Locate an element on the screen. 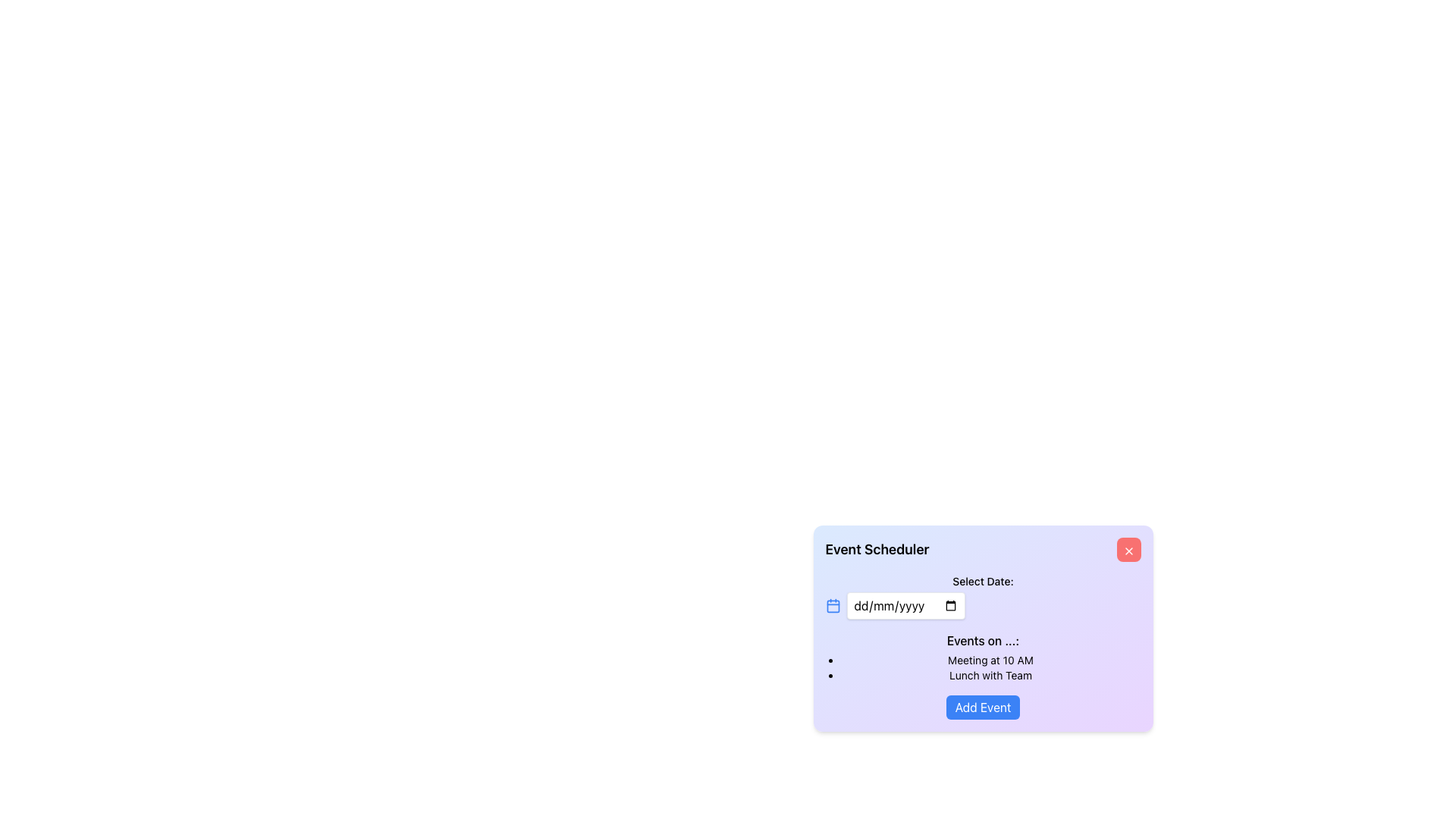 The width and height of the screenshot is (1456, 819). the text element displaying 'Lunch with Team', which is the second item in the bulleted list under the 'Events on ...:' section, located directly below 'Meeting at 10 AM' is located at coordinates (990, 675).